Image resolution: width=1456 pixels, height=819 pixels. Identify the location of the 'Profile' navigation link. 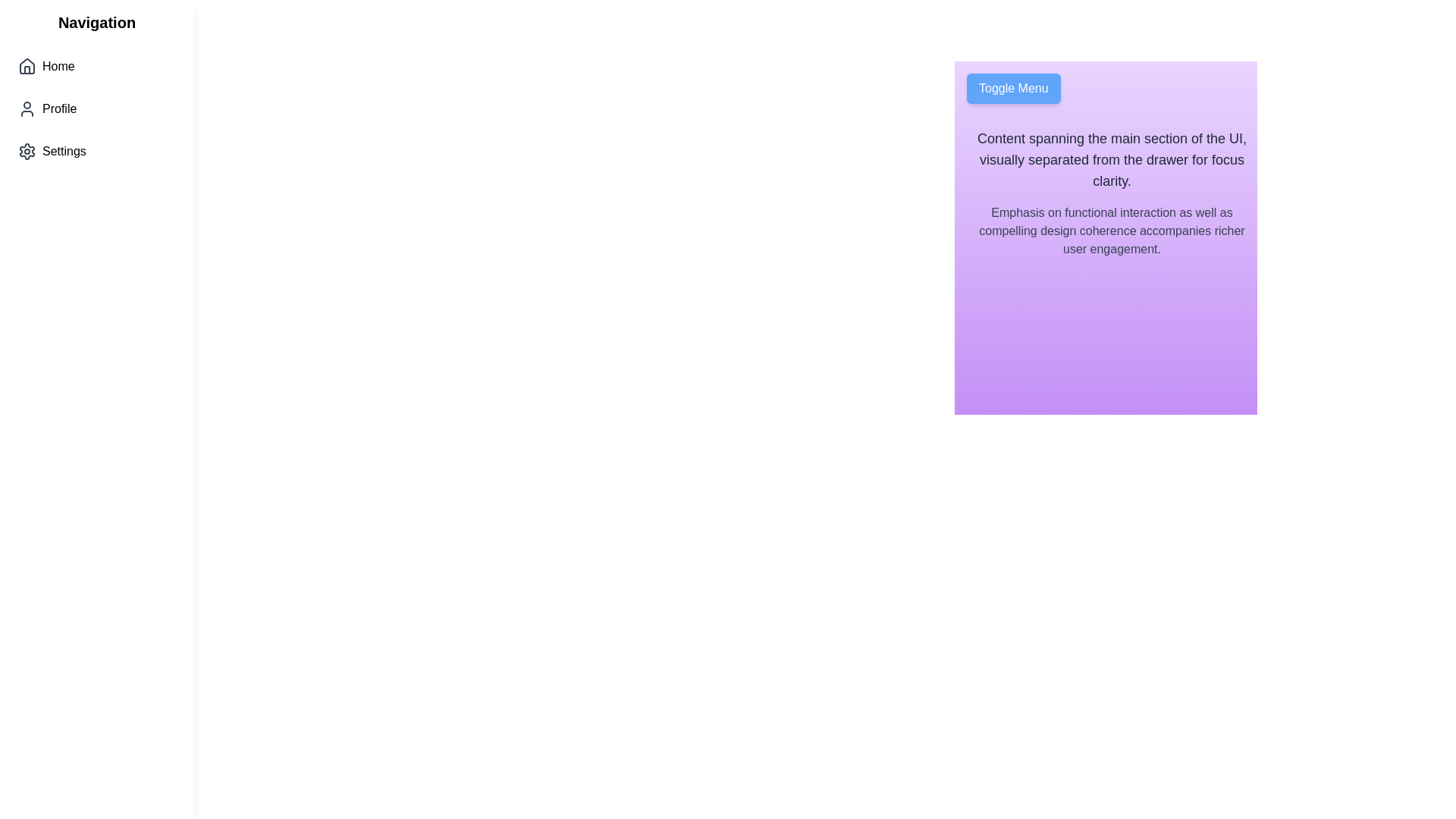
(96, 108).